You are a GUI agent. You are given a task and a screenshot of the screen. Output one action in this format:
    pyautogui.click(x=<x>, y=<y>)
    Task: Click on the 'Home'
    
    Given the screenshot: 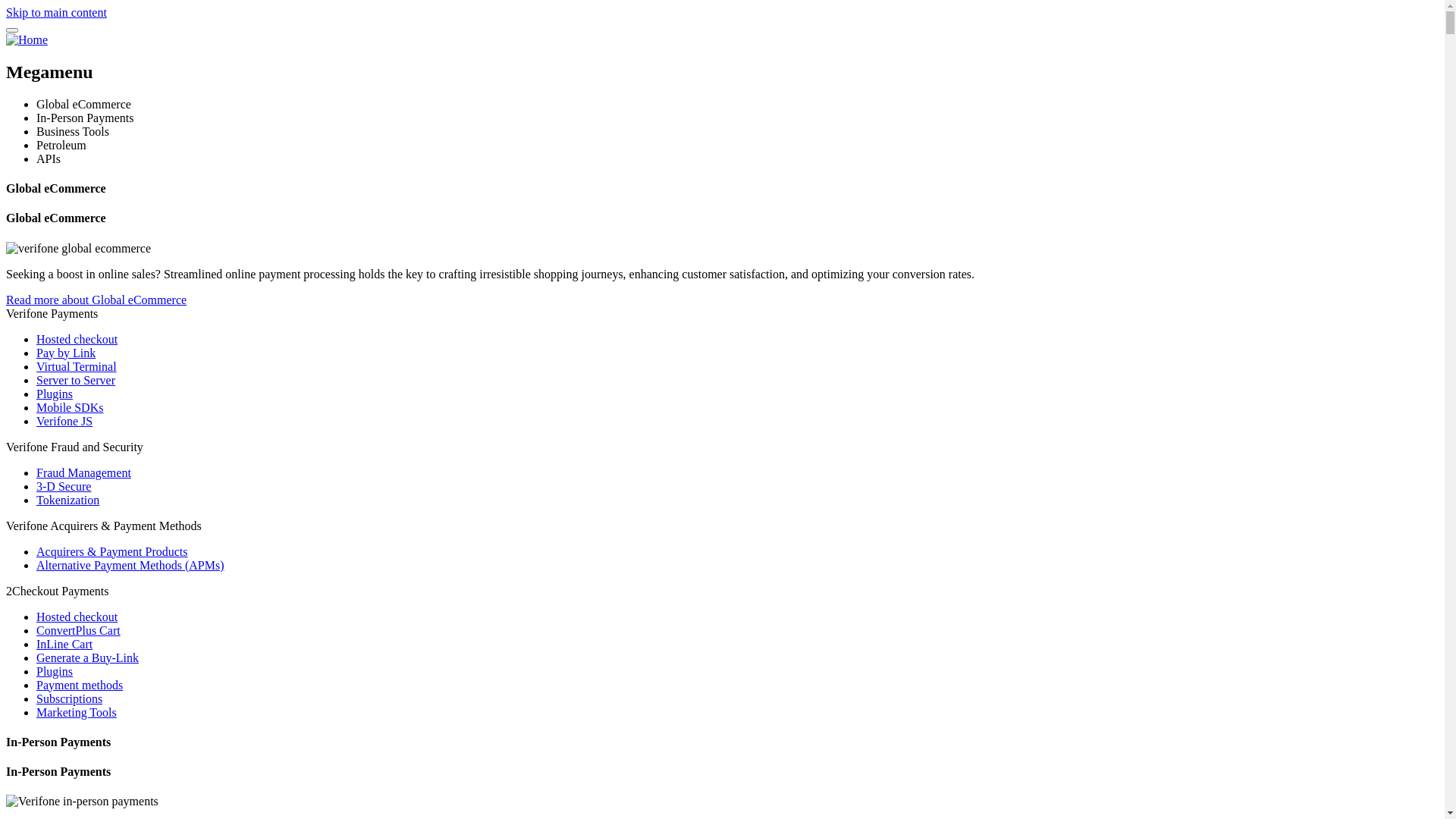 What is the action you would take?
    pyautogui.click(x=27, y=39)
    